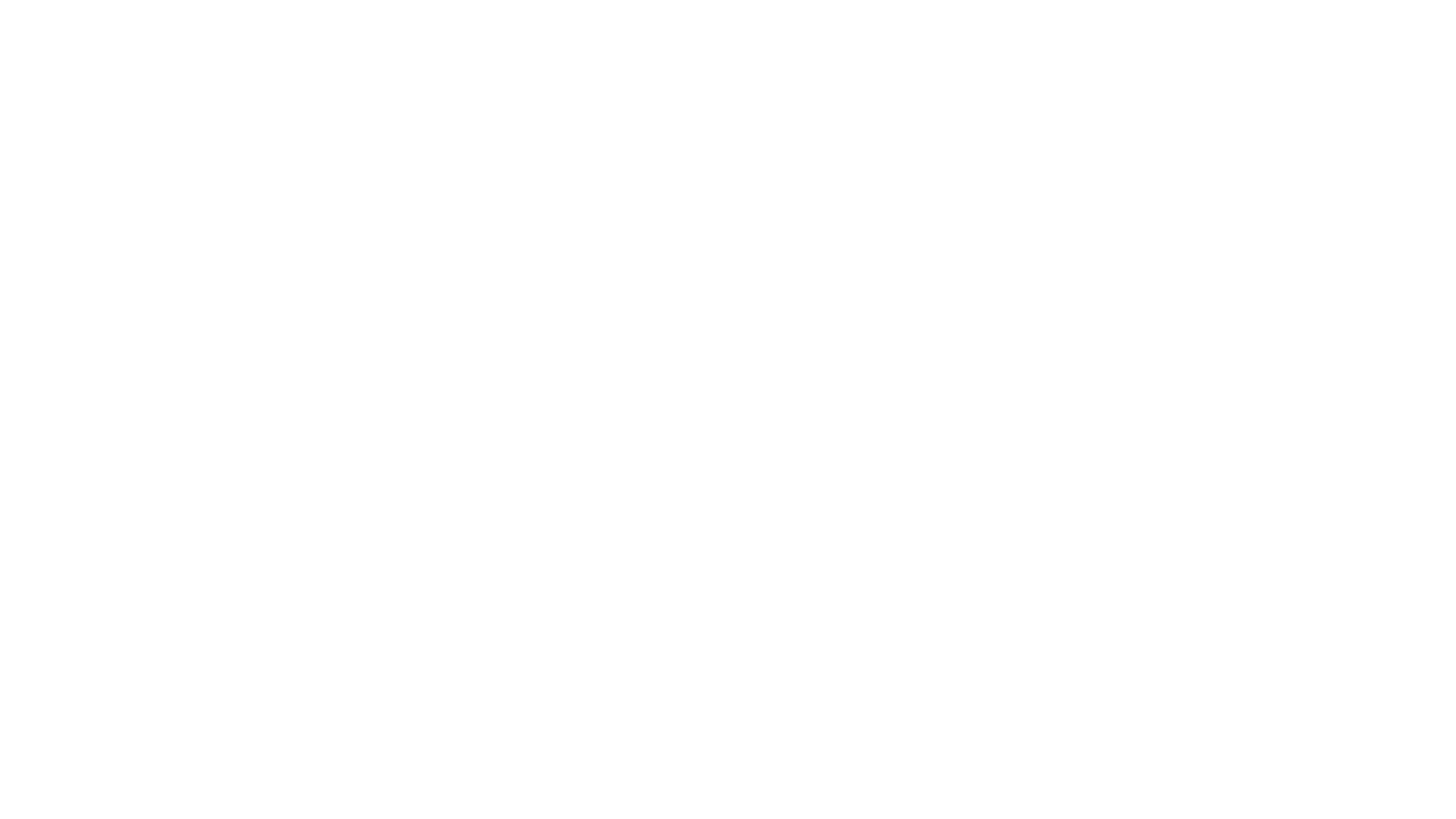  Describe the element at coordinates (815, 323) in the screenshot. I see `Expand` at that location.